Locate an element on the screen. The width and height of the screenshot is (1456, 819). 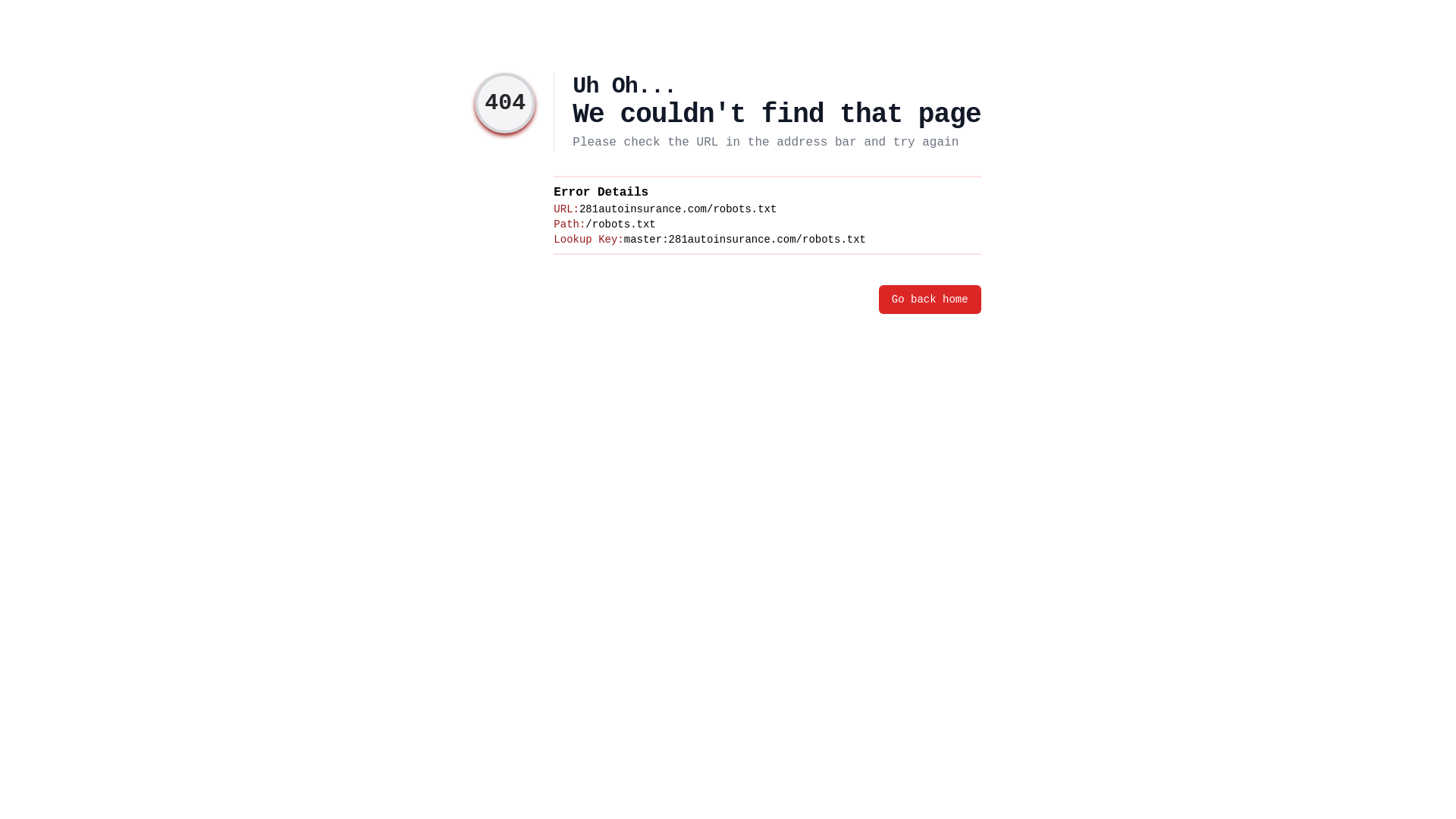
'Go back home' is located at coordinates (929, 299).